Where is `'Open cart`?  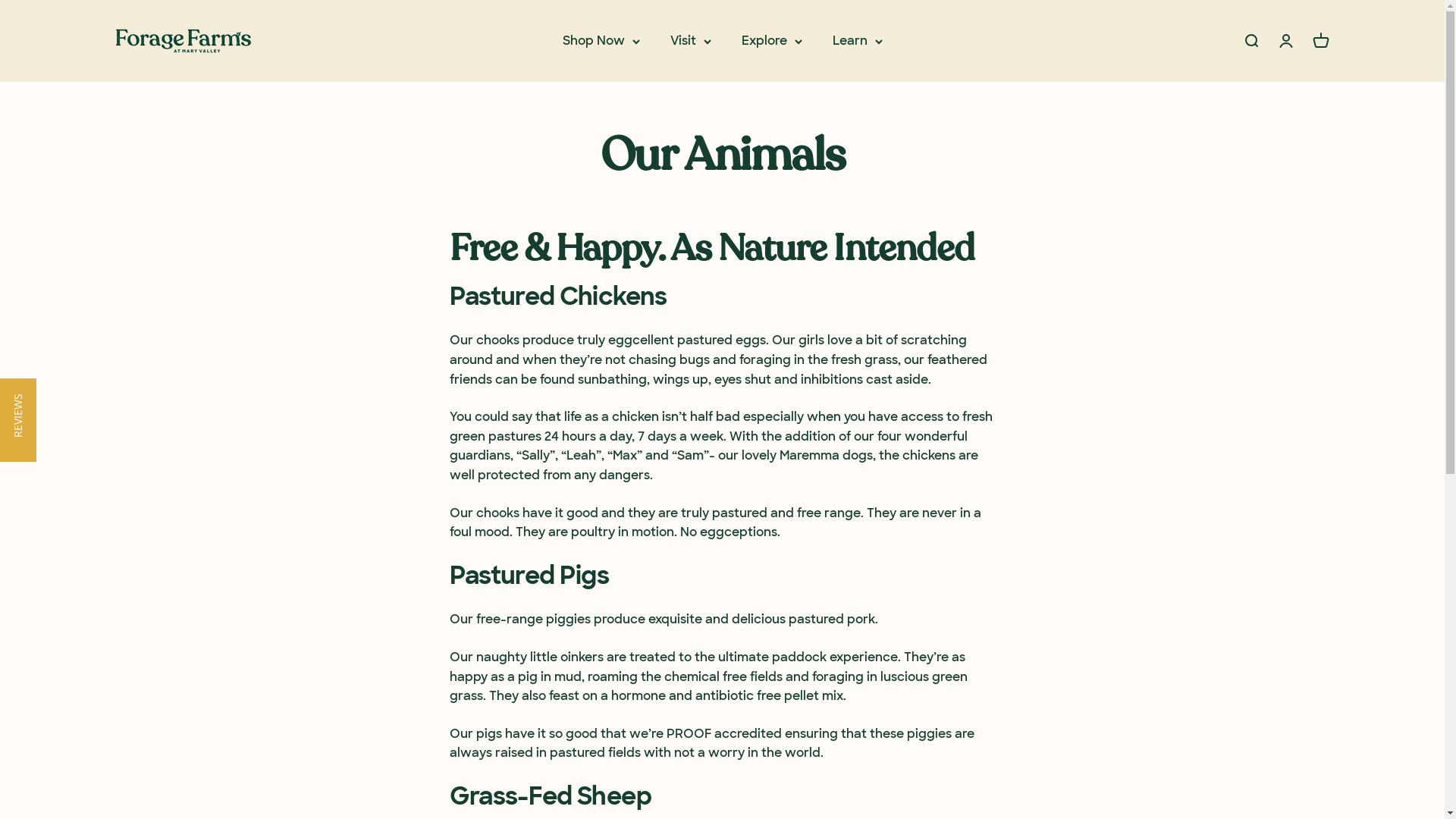 'Open cart is located at coordinates (1310, 40).